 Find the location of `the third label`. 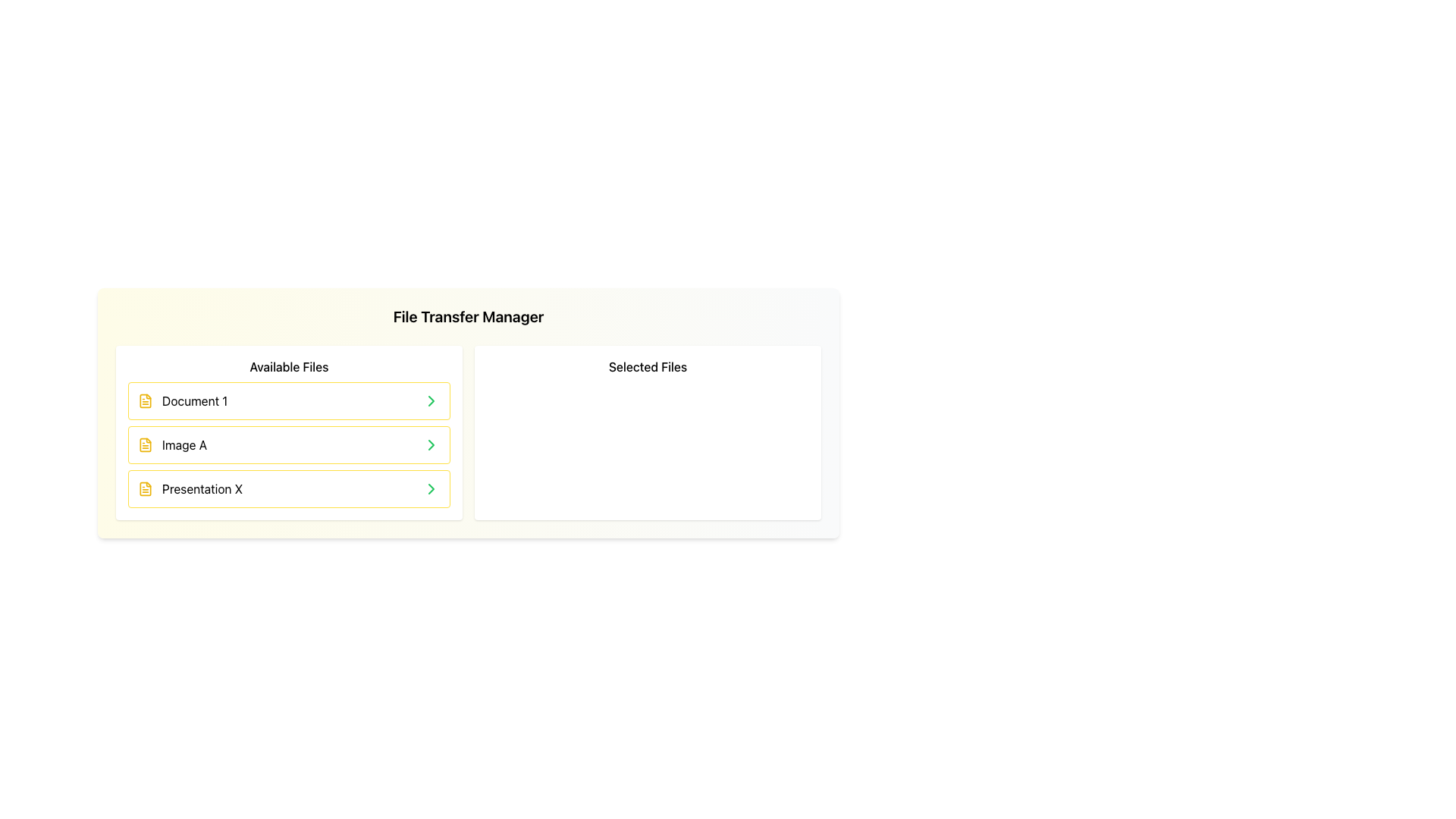

the third label is located at coordinates (202, 488).